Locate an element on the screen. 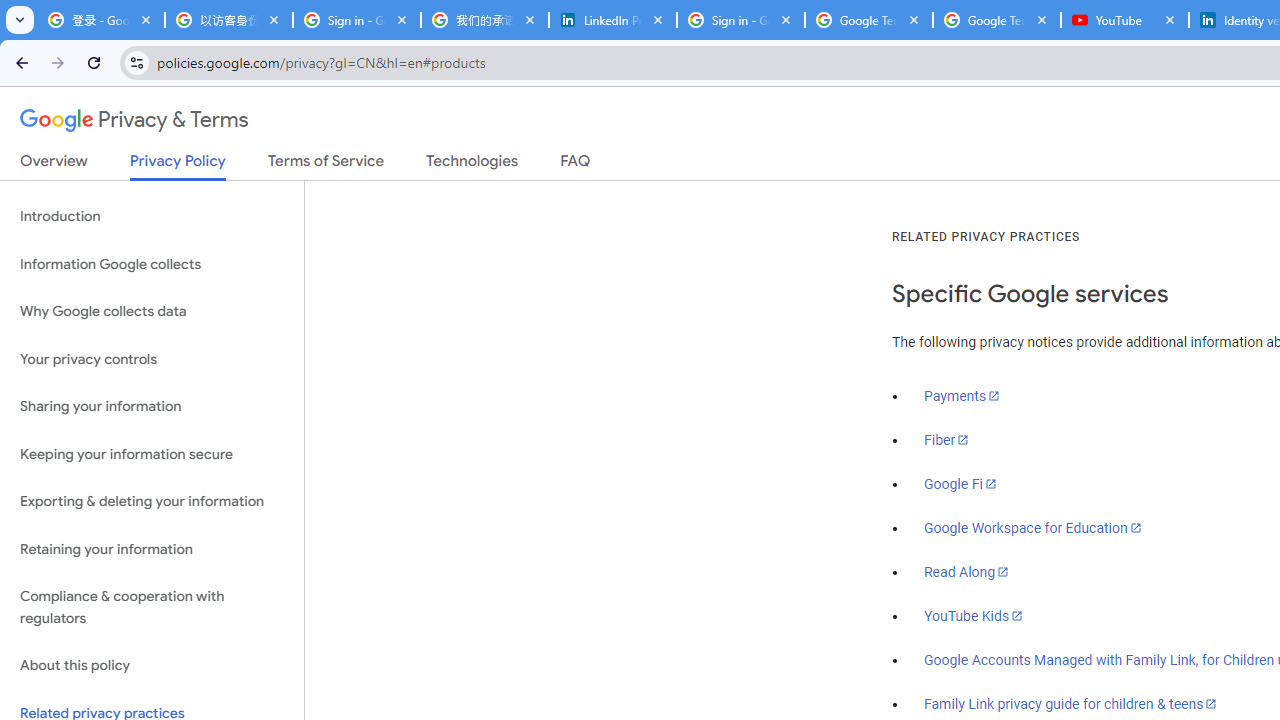 This screenshot has width=1280, height=720. 'Sign in - Google Accounts' is located at coordinates (740, 20).